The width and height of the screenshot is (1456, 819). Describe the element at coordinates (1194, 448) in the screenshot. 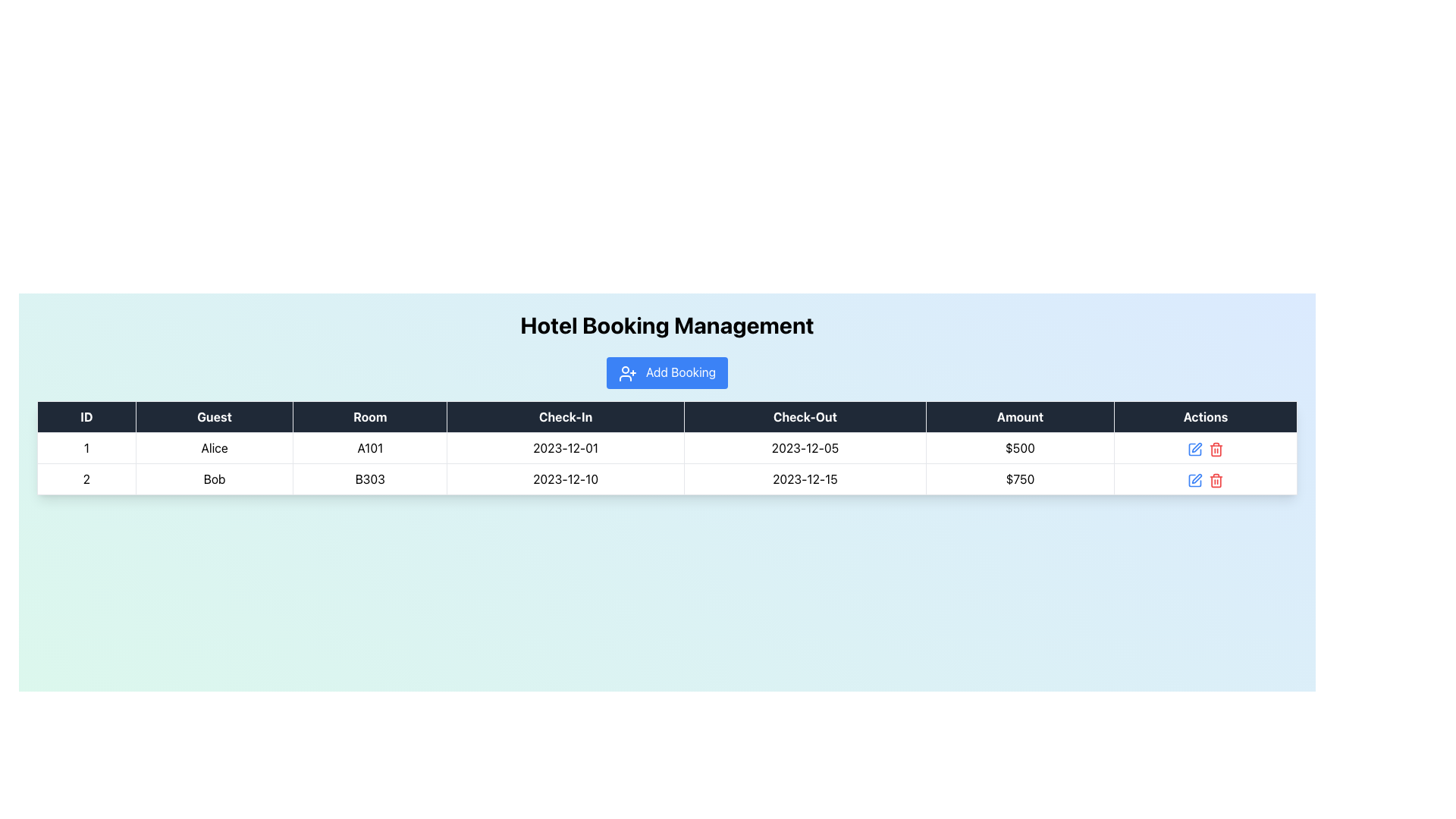

I see `the 'Edit' icon button in the 'Actions' column of the second row` at that location.